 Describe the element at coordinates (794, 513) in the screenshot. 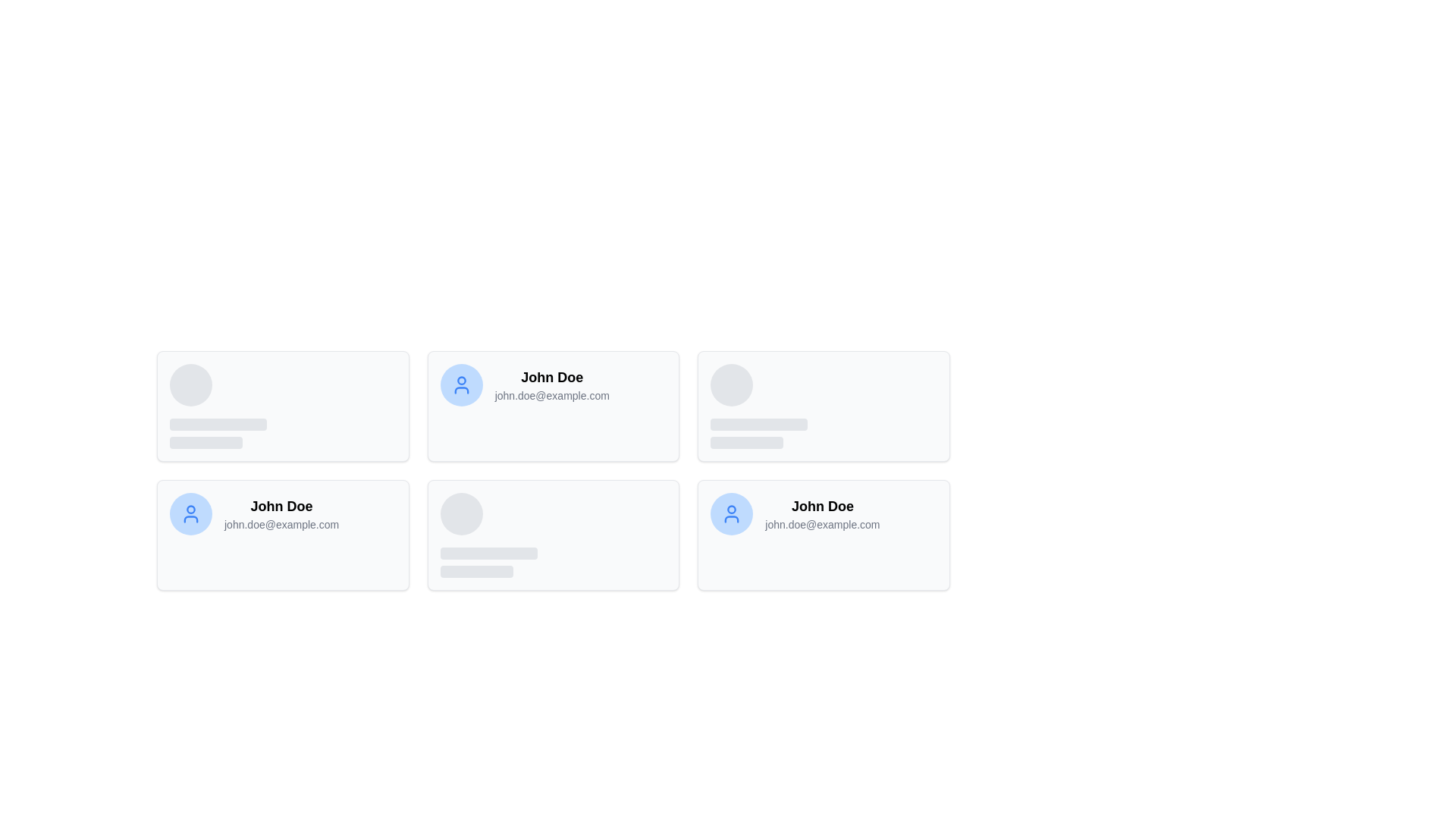

I see `to select the User Information Card which features a blue circular icon with a user silhouette, the name 'John Doe' in bold, and the email 'john.doe@example.com' in smaller gray font underneath` at that location.